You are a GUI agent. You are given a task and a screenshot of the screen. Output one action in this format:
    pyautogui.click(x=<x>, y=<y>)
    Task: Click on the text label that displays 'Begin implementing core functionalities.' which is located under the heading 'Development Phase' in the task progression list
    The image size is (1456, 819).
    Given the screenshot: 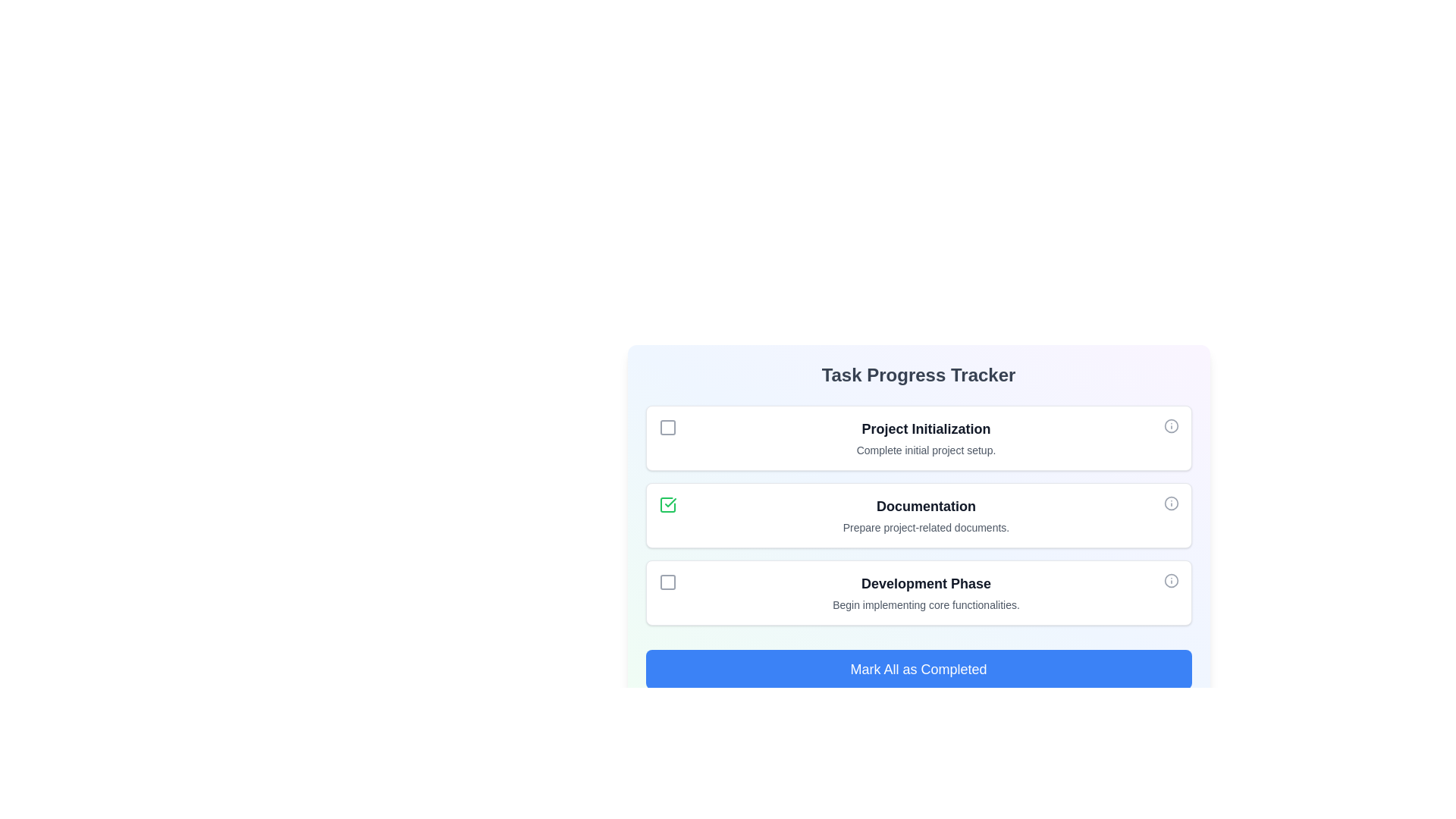 What is the action you would take?
    pyautogui.click(x=925, y=604)
    